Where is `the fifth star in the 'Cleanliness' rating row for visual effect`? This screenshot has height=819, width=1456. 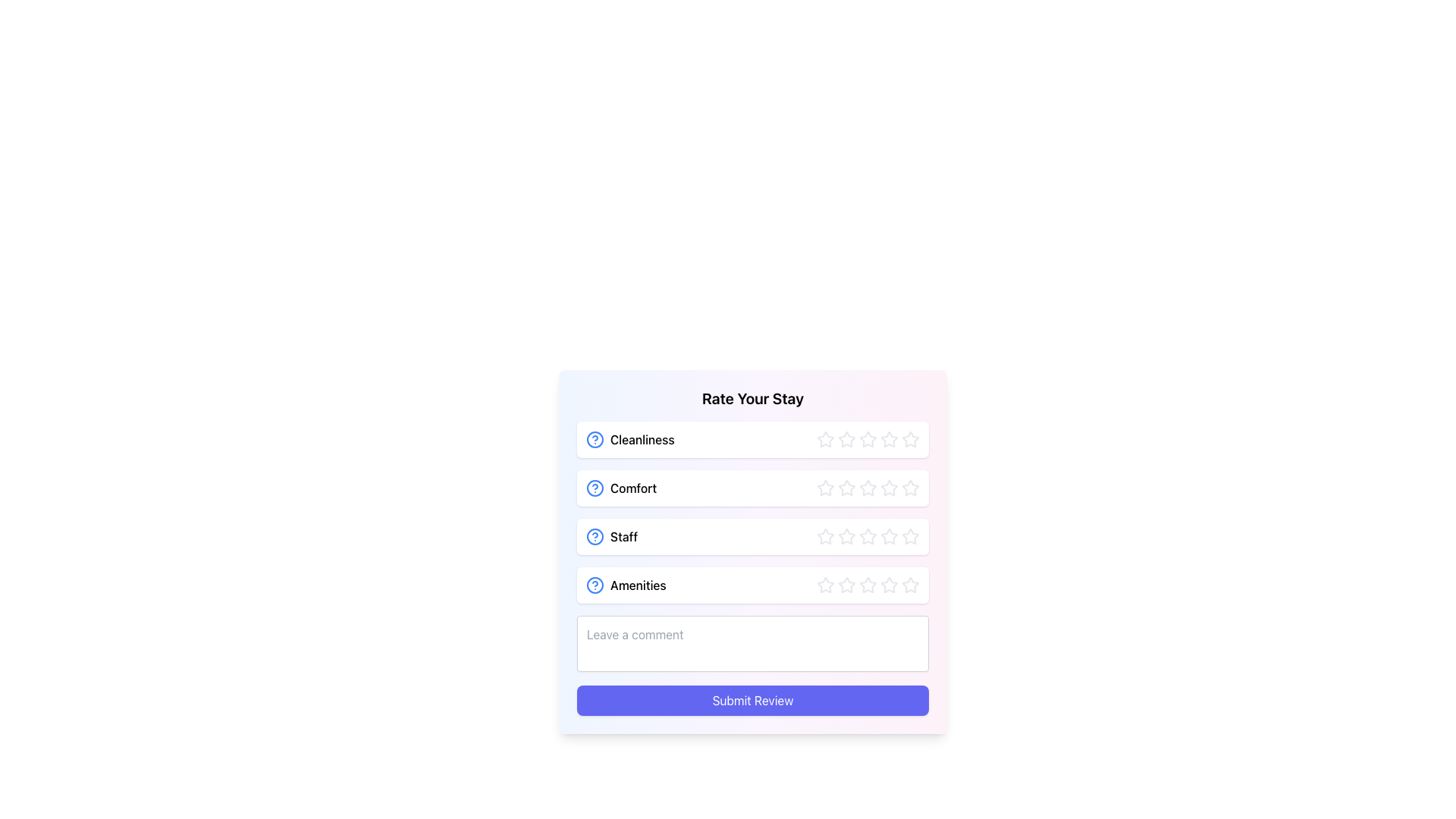
the fifth star in the 'Cleanliness' rating row for visual effect is located at coordinates (889, 439).